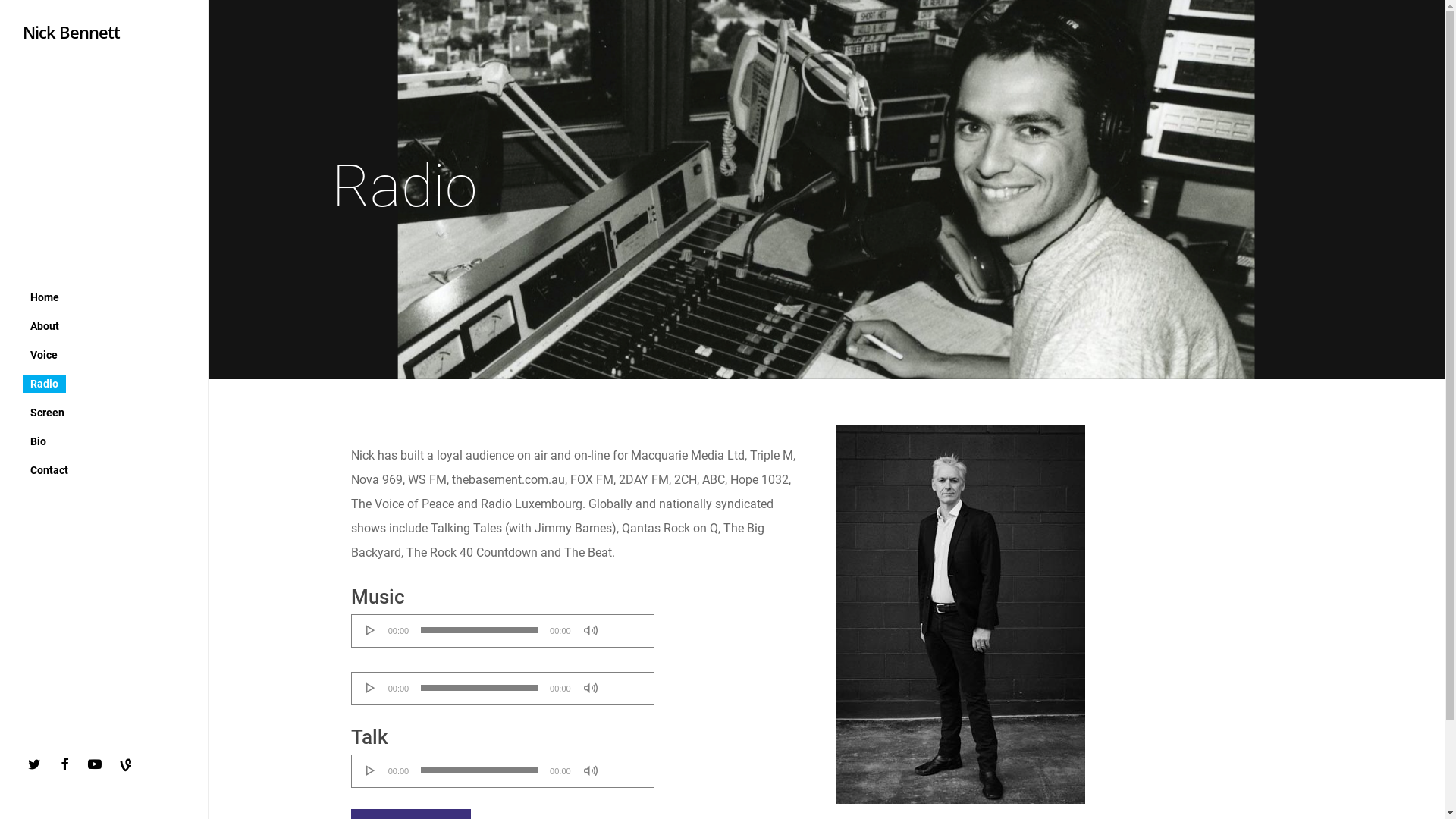  What do you see at coordinates (97, 764) in the screenshot?
I see `'youtube'` at bounding box center [97, 764].